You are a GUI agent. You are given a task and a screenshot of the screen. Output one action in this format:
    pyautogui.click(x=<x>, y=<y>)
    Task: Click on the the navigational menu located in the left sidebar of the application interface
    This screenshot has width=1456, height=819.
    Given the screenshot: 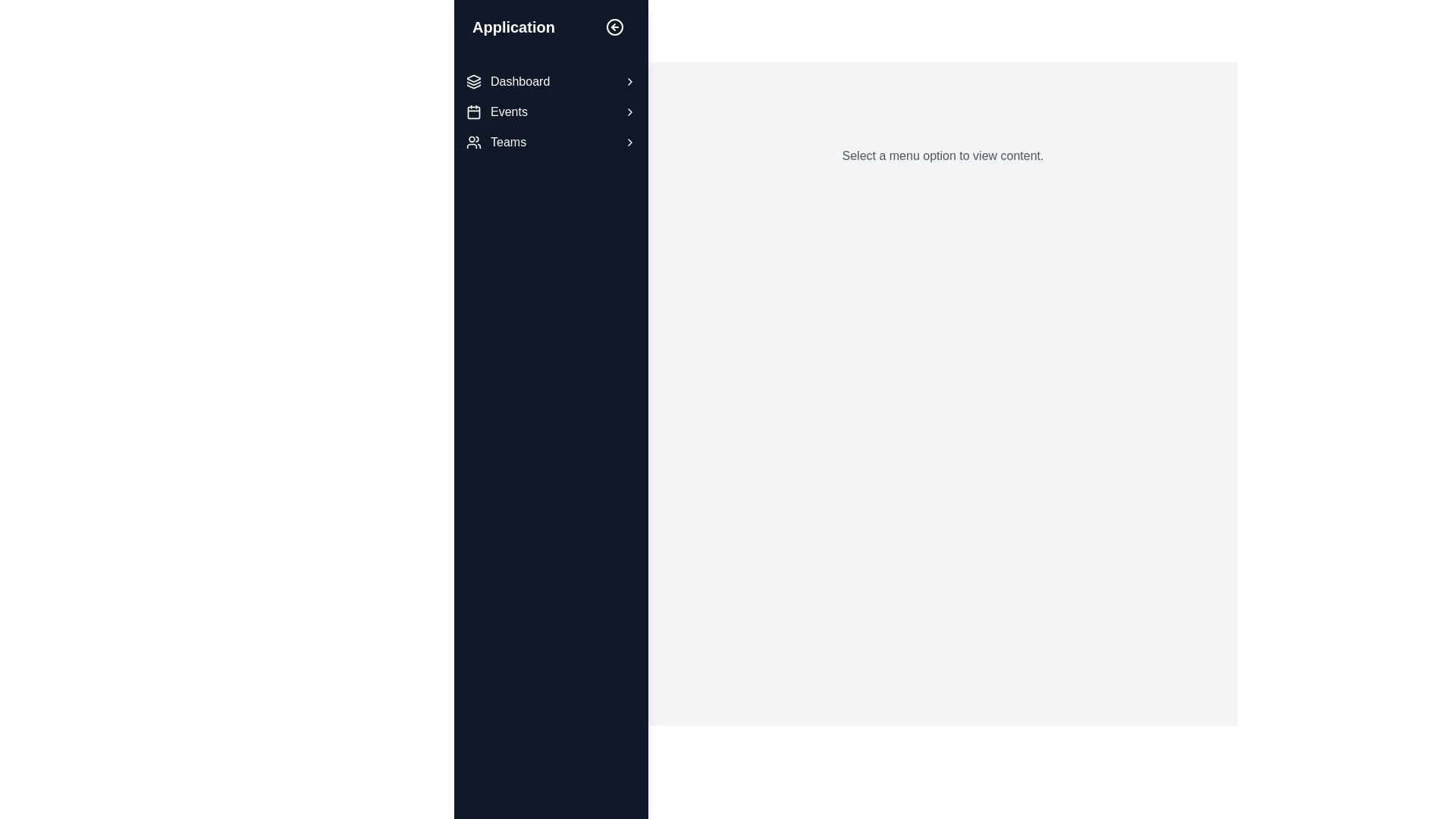 What is the action you would take?
    pyautogui.click(x=550, y=111)
    